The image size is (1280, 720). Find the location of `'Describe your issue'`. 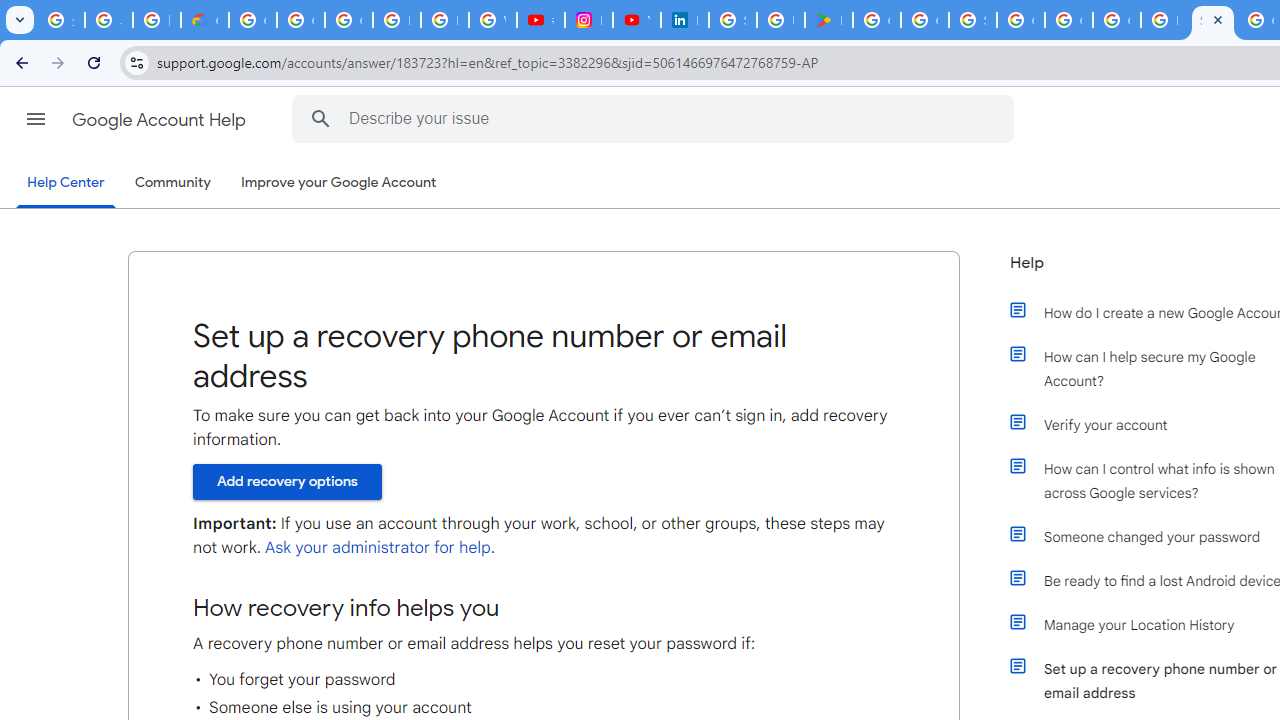

'Describe your issue' is located at coordinates (656, 118).